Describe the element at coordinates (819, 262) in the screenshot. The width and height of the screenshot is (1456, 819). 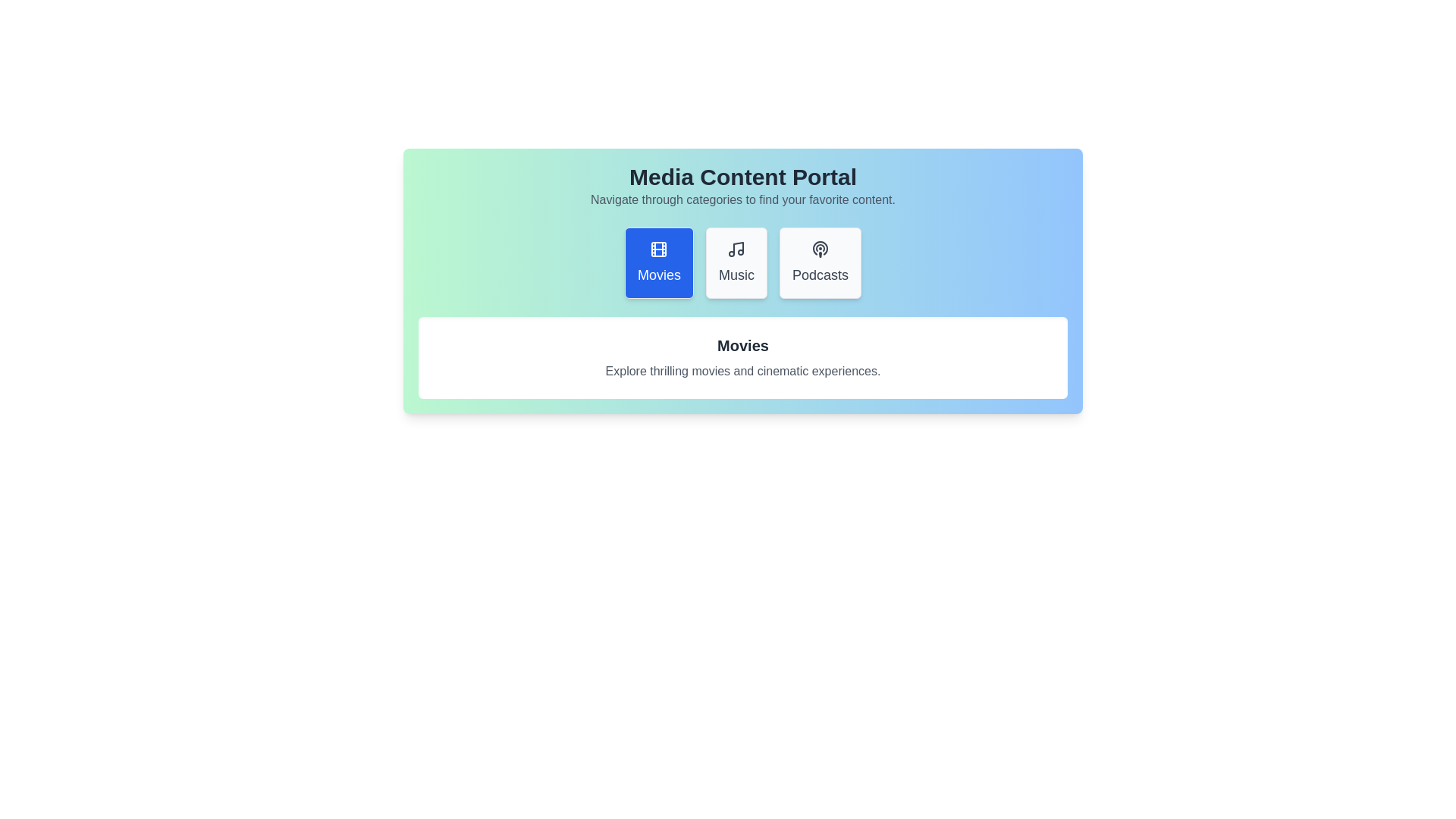
I see `the Podcasts tab by clicking on its button` at that location.